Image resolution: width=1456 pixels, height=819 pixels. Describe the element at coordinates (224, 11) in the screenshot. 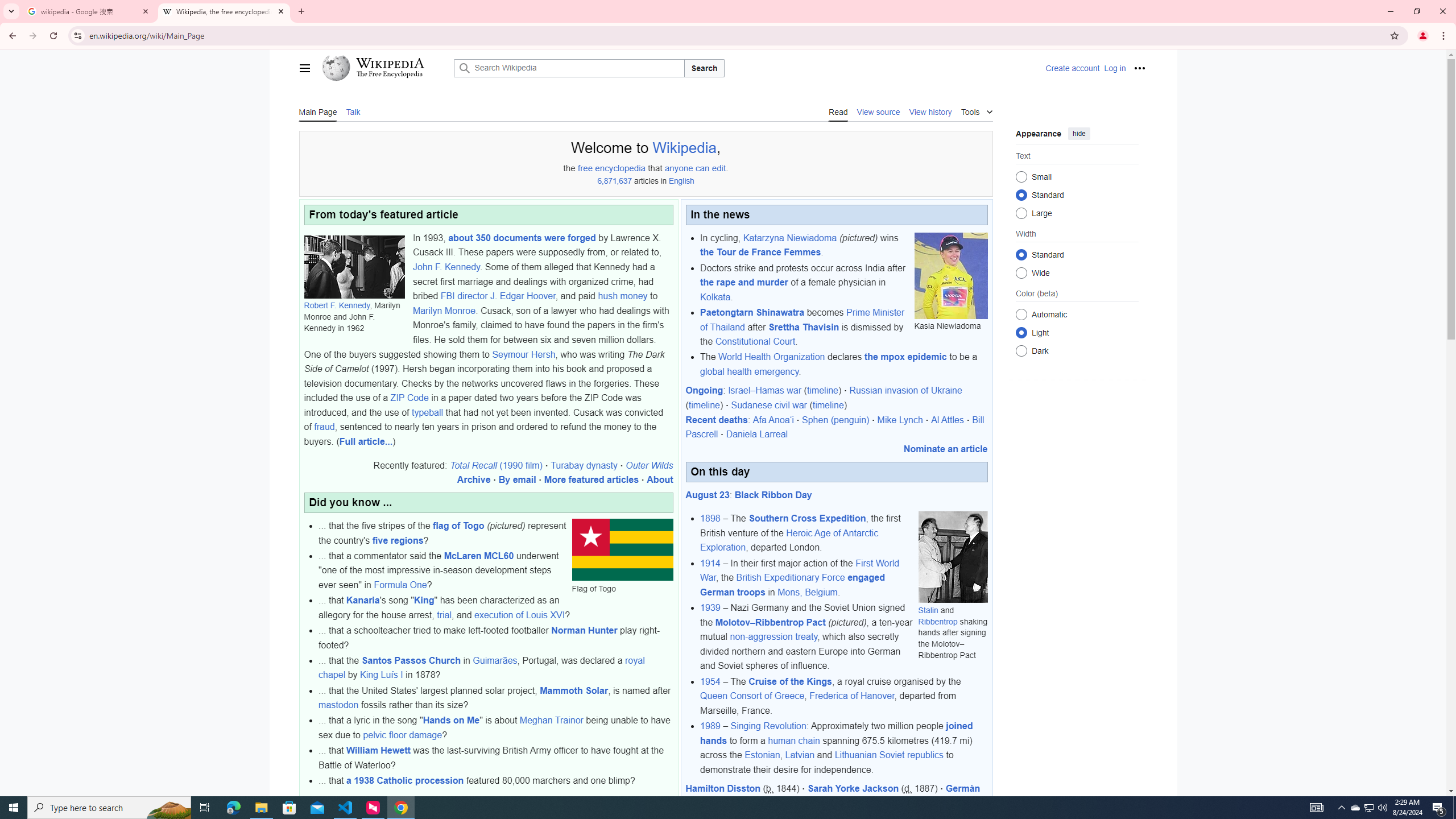

I see `'Wikipedia, the free encyclopedia'` at that location.